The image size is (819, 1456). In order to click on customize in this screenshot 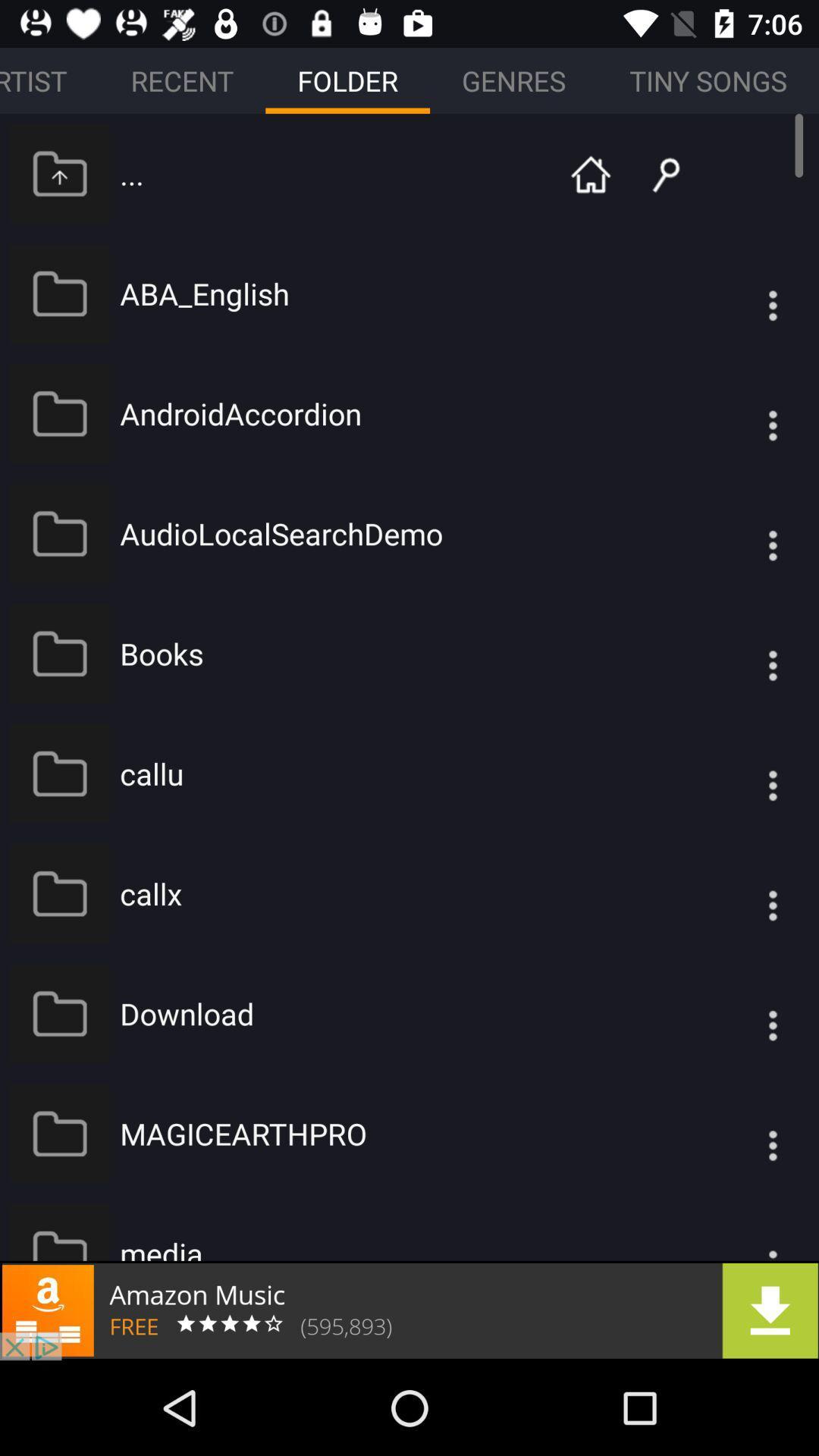, I will do `click(742, 293)`.